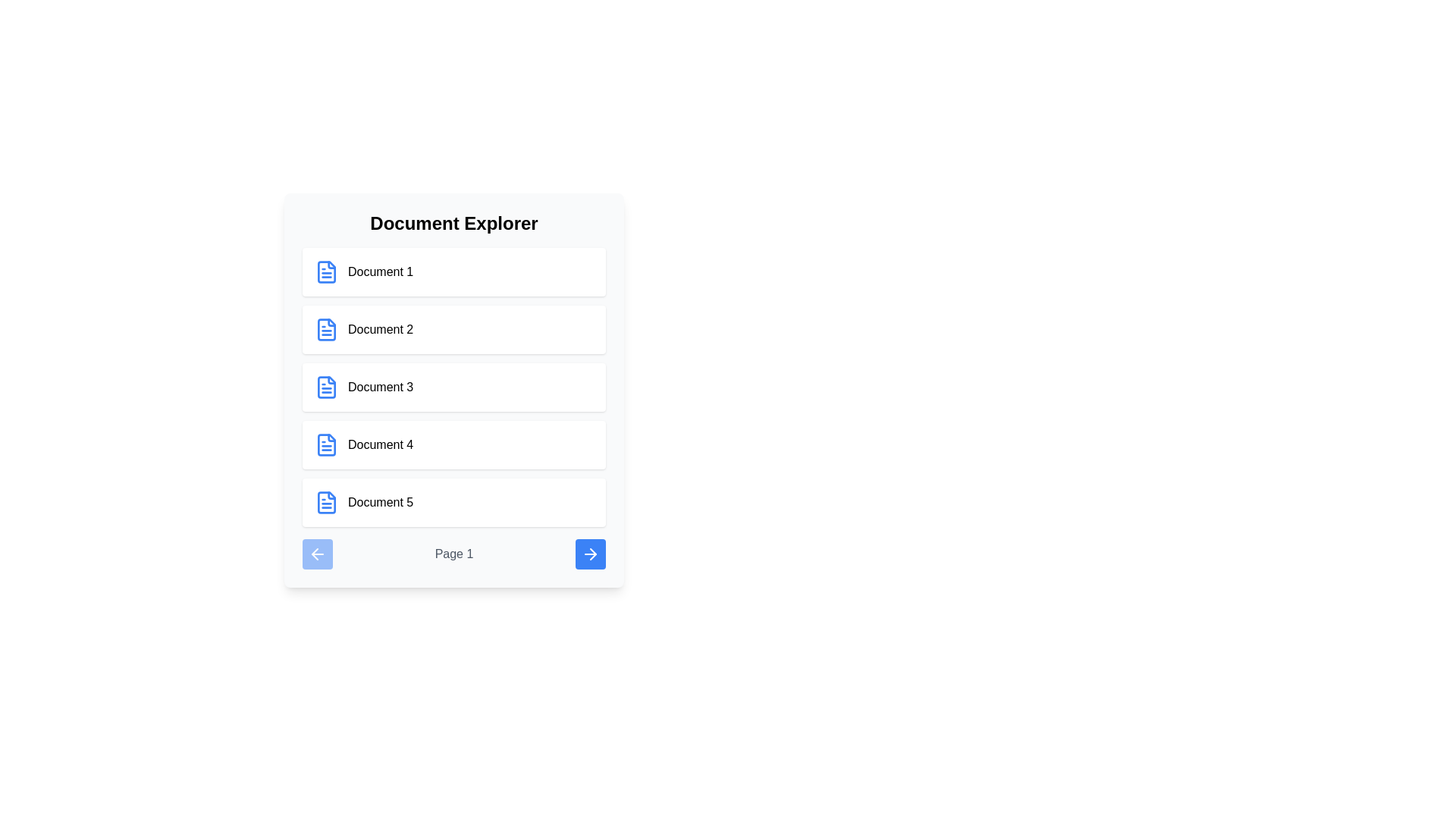 This screenshot has width=1456, height=819. Describe the element at coordinates (316, 554) in the screenshot. I see `the left-facing arrow button with a blue background` at that location.